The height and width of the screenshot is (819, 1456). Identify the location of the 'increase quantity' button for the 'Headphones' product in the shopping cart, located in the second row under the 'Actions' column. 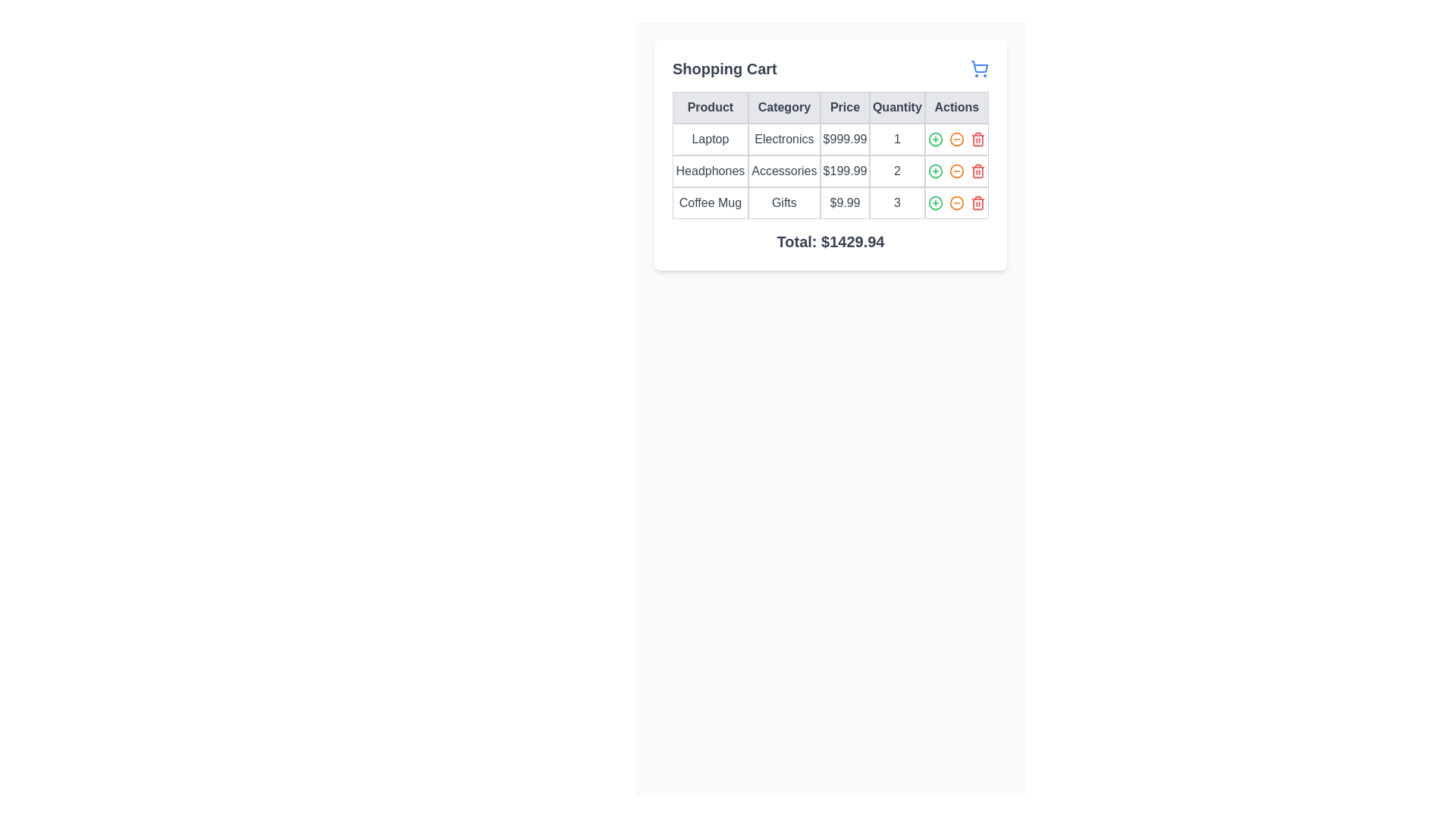
(934, 171).